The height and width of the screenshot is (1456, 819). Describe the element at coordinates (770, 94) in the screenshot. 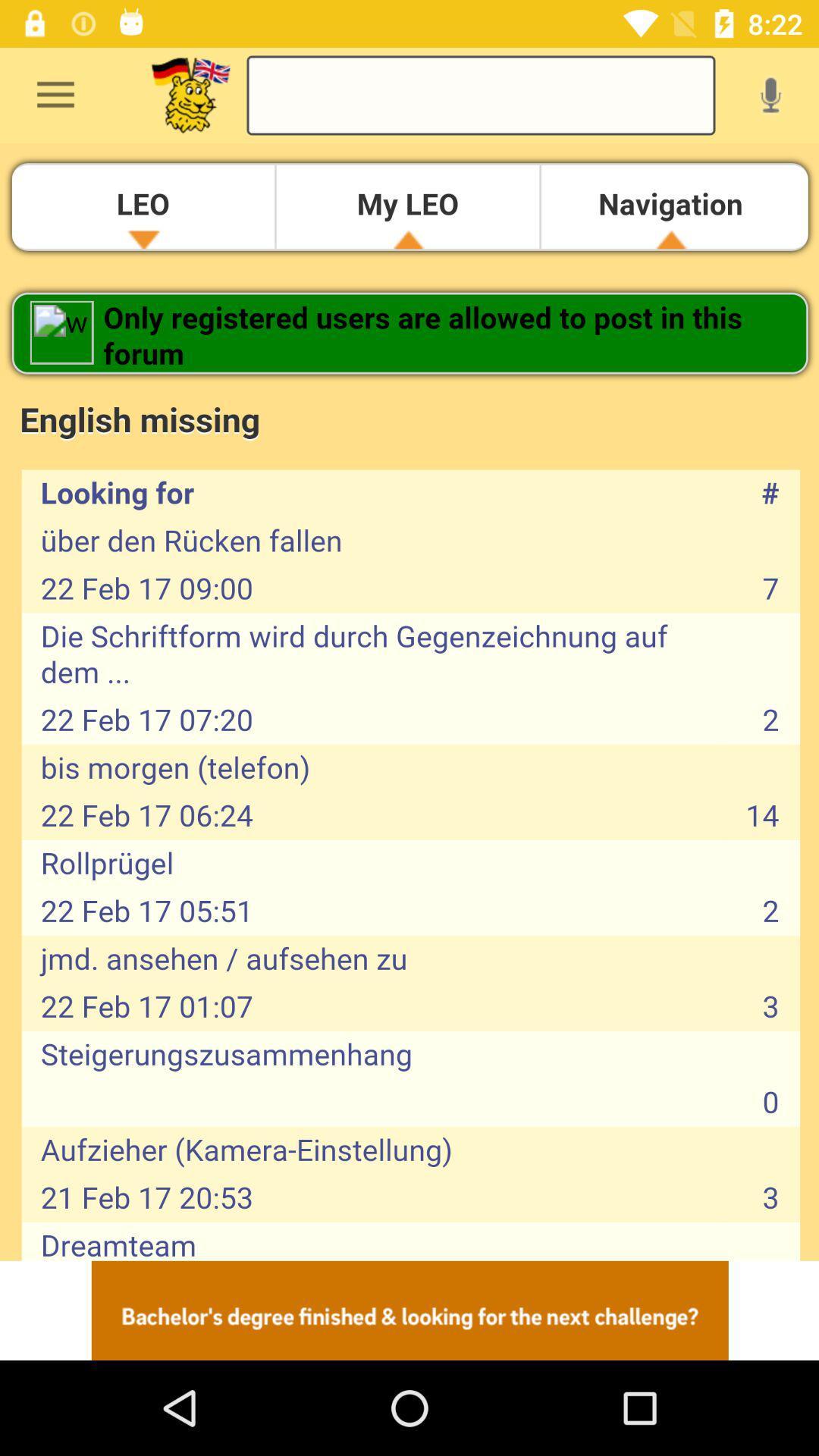

I see `voice search option` at that location.